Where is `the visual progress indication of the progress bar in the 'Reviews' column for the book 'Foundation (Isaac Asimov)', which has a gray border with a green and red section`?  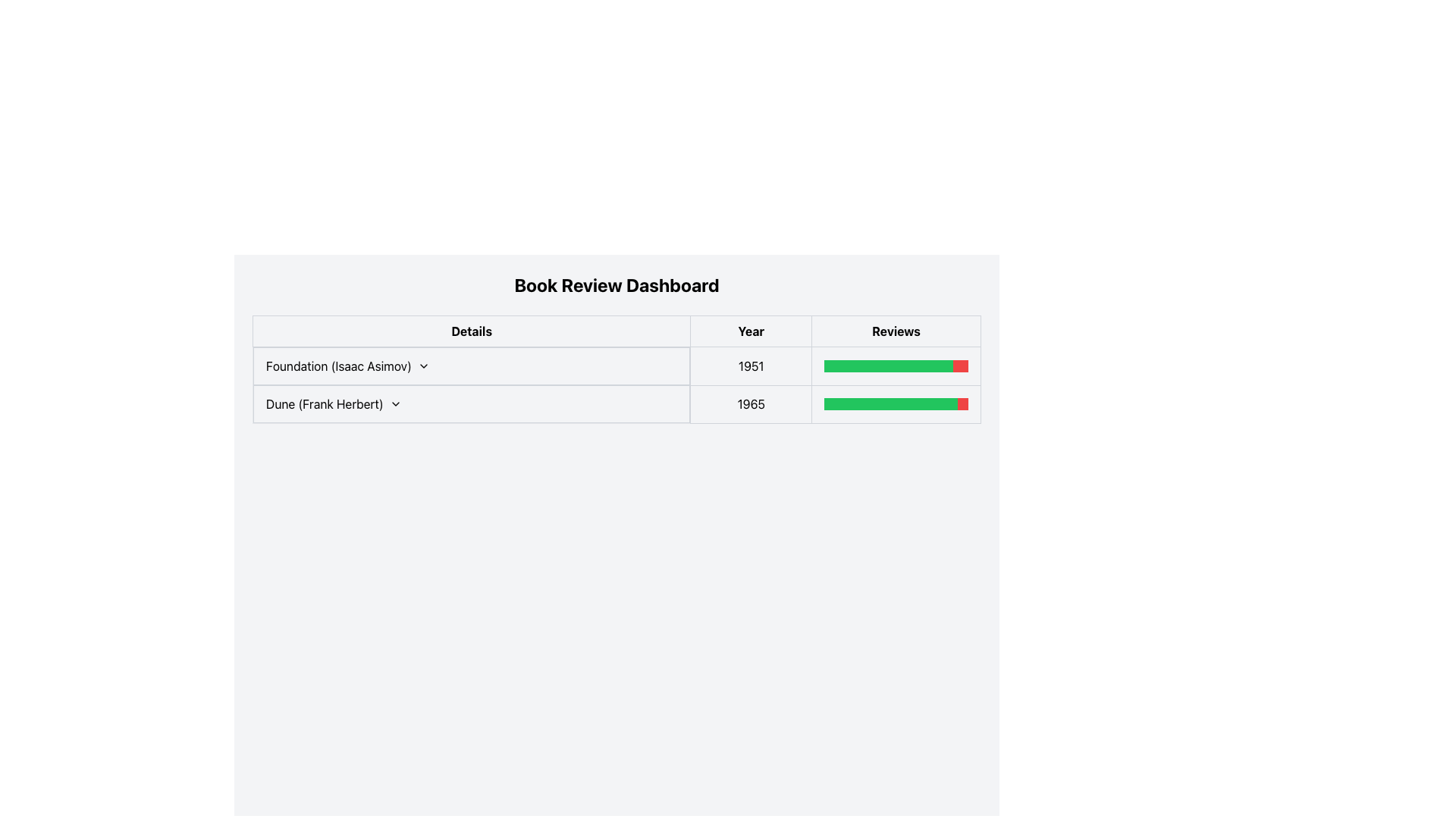 the visual progress indication of the progress bar in the 'Reviews' column for the book 'Foundation (Isaac Asimov)', which has a gray border with a green and red section is located at coordinates (896, 366).